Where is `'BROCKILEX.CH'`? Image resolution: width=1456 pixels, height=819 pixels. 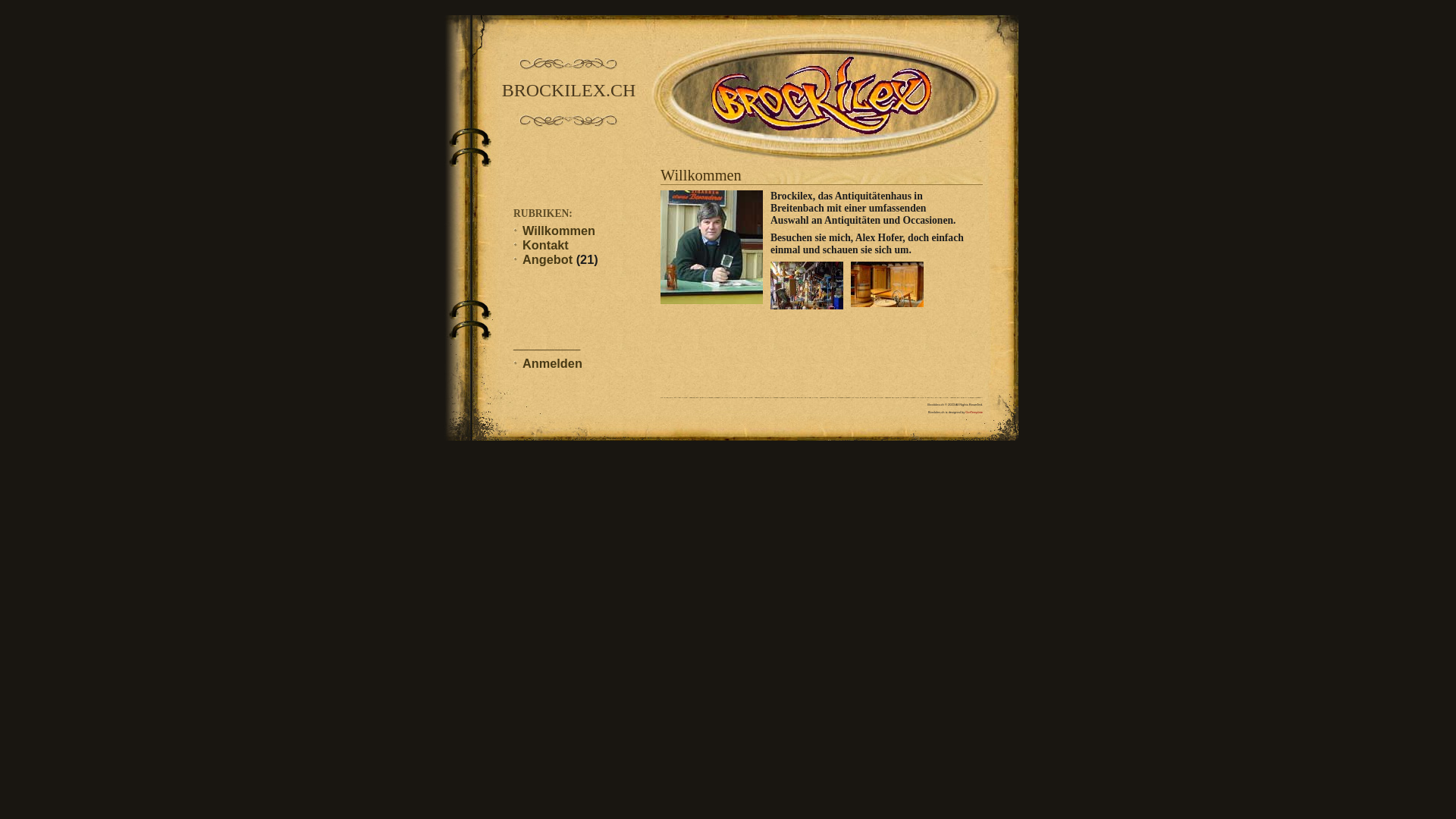
'BROCKILEX.CH' is located at coordinates (567, 90).